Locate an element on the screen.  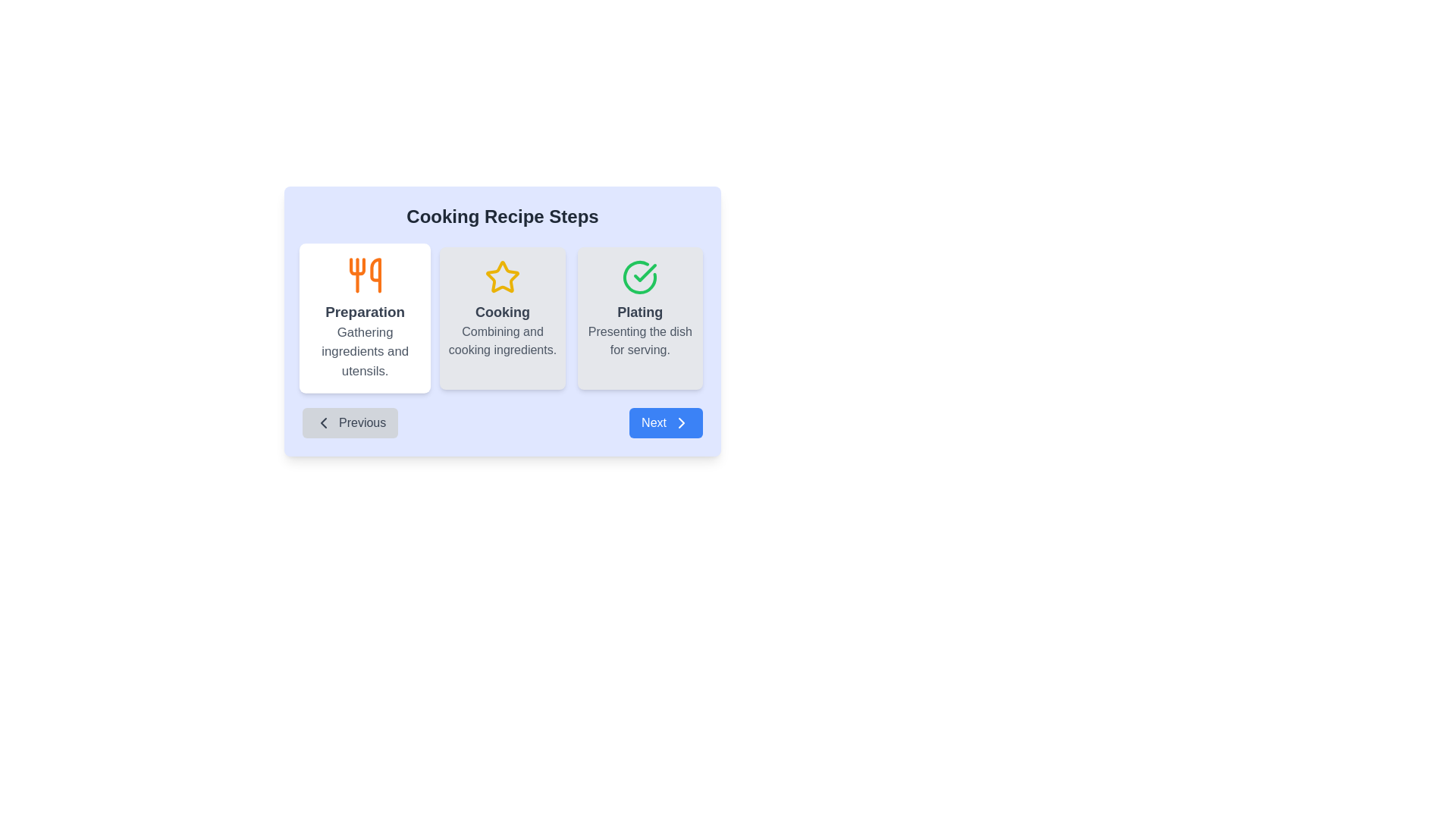
descriptive subtitle text element located beneath the 'Cooking' heading in the second panel, between the 'Preparation' and 'Plating' panels is located at coordinates (502, 341).